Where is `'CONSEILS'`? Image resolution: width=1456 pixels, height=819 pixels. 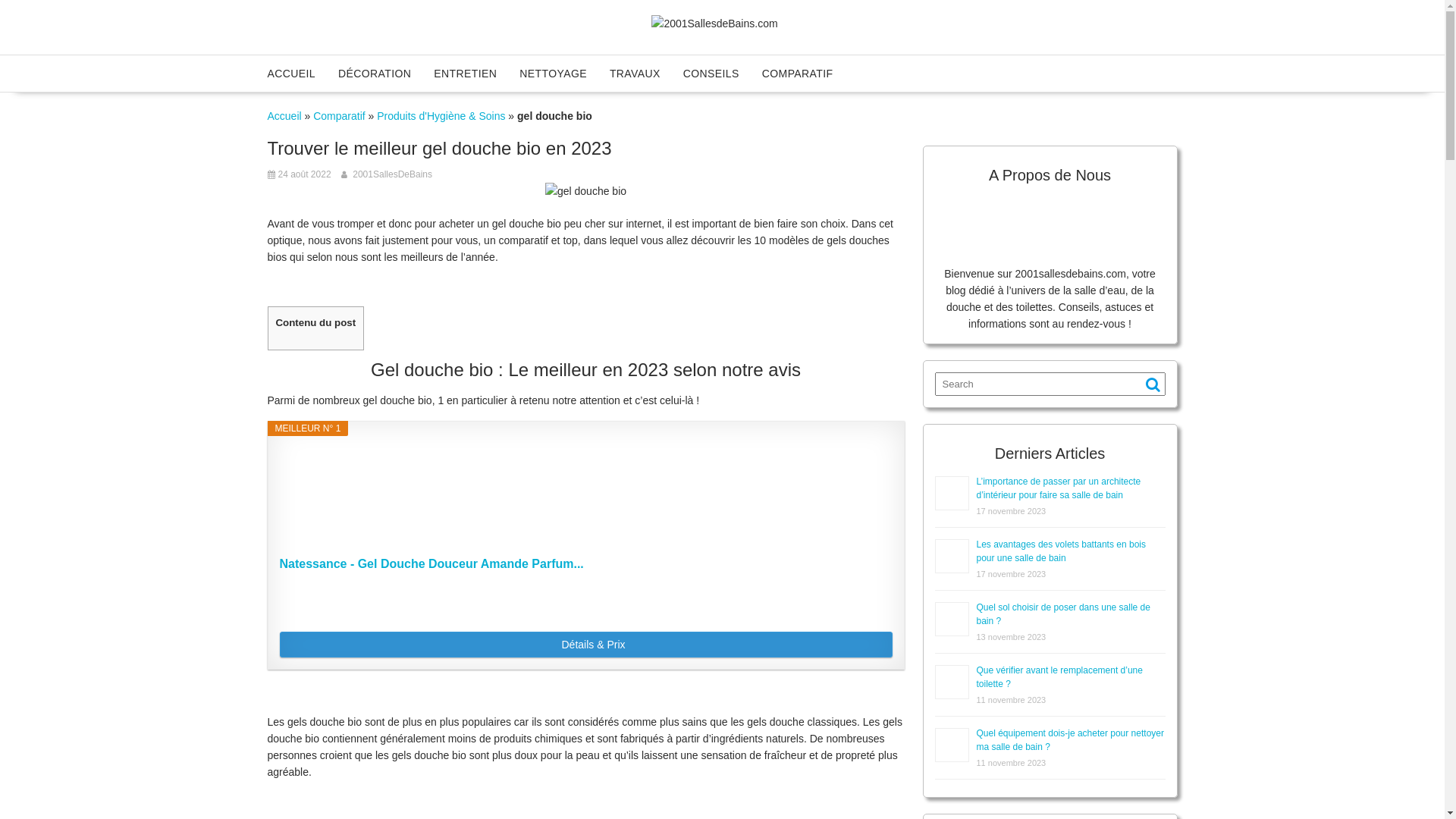
'CONSEILS' is located at coordinates (710, 73).